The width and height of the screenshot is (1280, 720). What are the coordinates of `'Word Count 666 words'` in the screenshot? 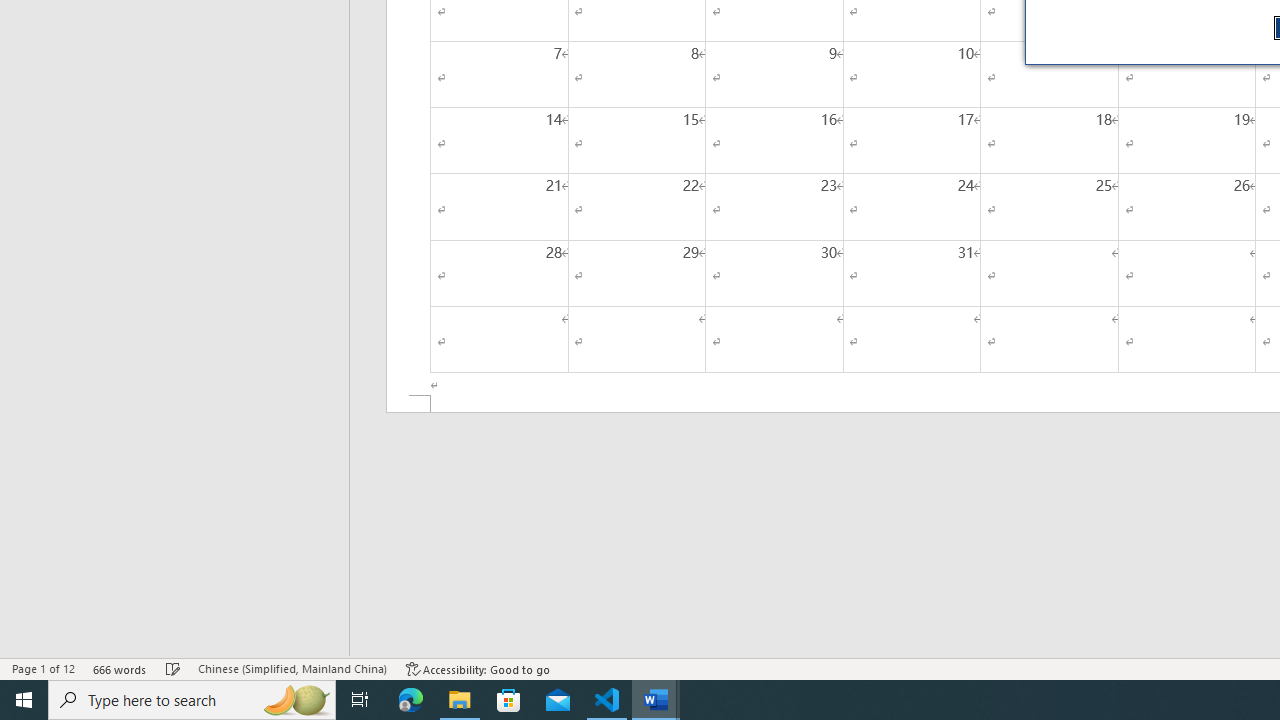 It's located at (119, 669).